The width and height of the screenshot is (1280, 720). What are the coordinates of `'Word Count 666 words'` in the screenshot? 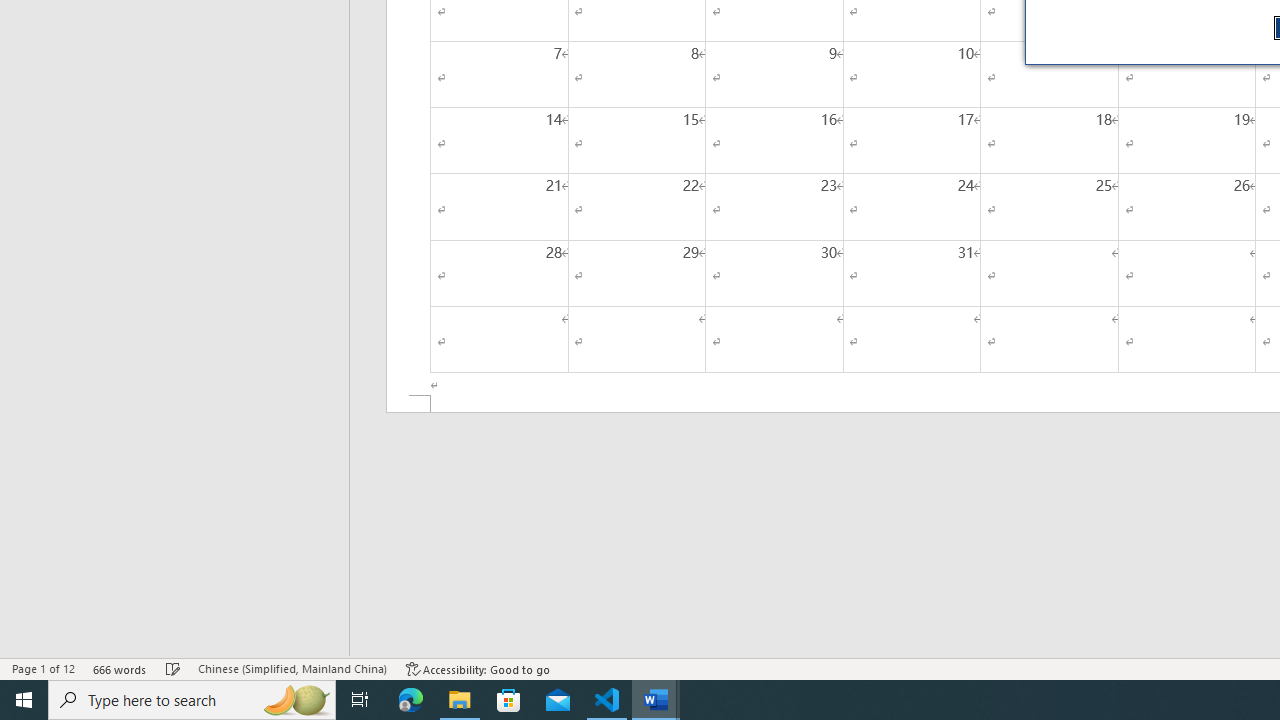 It's located at (119, 669).